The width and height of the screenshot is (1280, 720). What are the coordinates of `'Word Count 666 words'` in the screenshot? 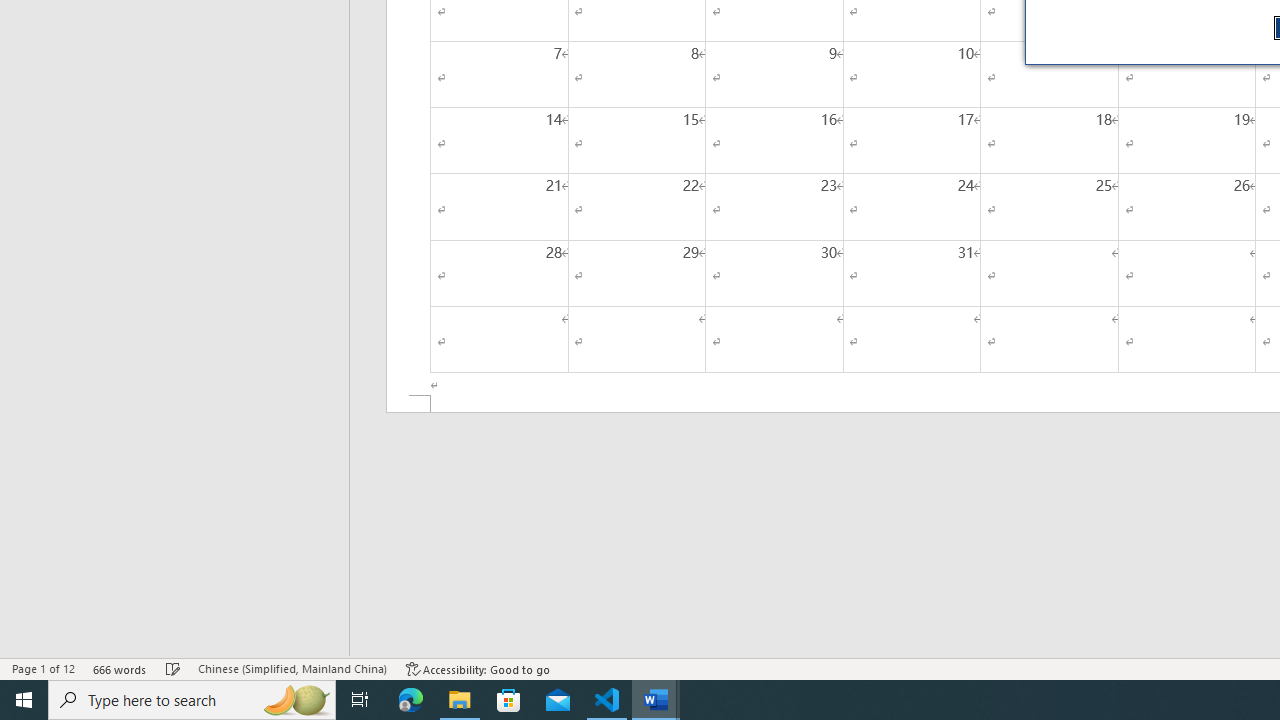 It's located at (119, 669).